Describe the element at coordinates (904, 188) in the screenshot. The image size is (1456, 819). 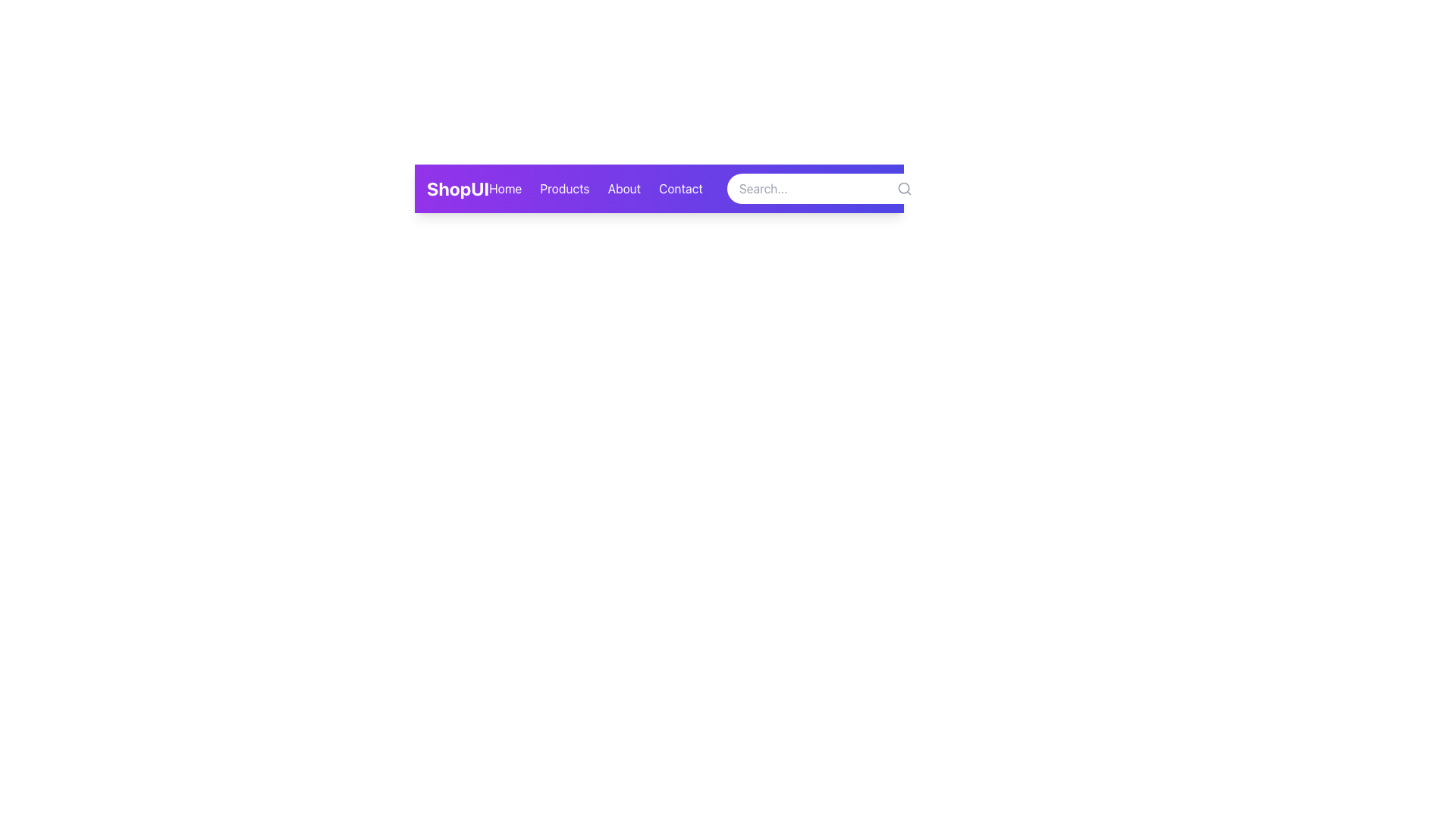
I see `the Search icon (magnifying glass) located at the far right of the search bar in the navigation header` at that location.